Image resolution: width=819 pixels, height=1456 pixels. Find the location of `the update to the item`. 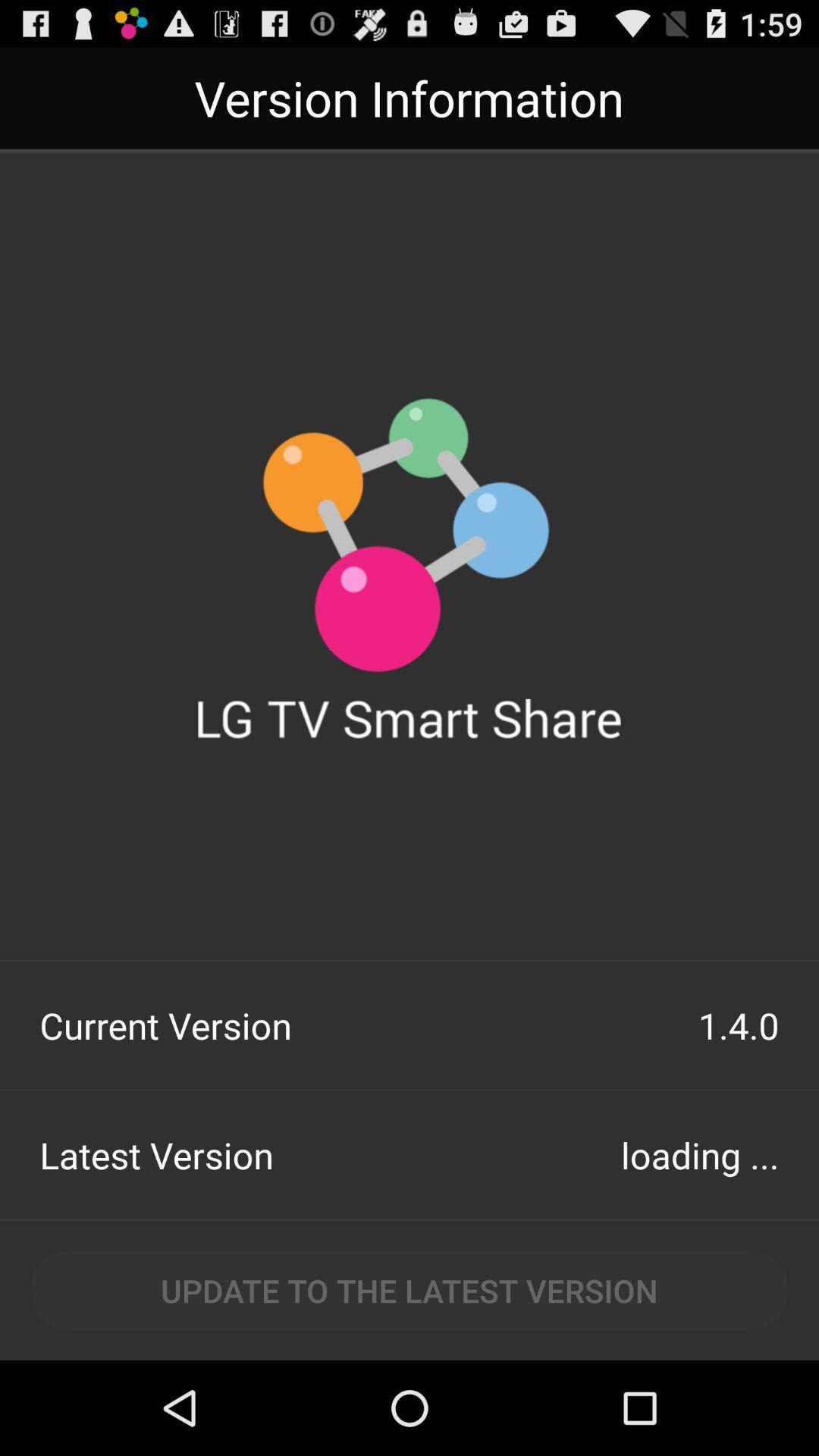

the update to the item is located at coordinates (409, 1289).